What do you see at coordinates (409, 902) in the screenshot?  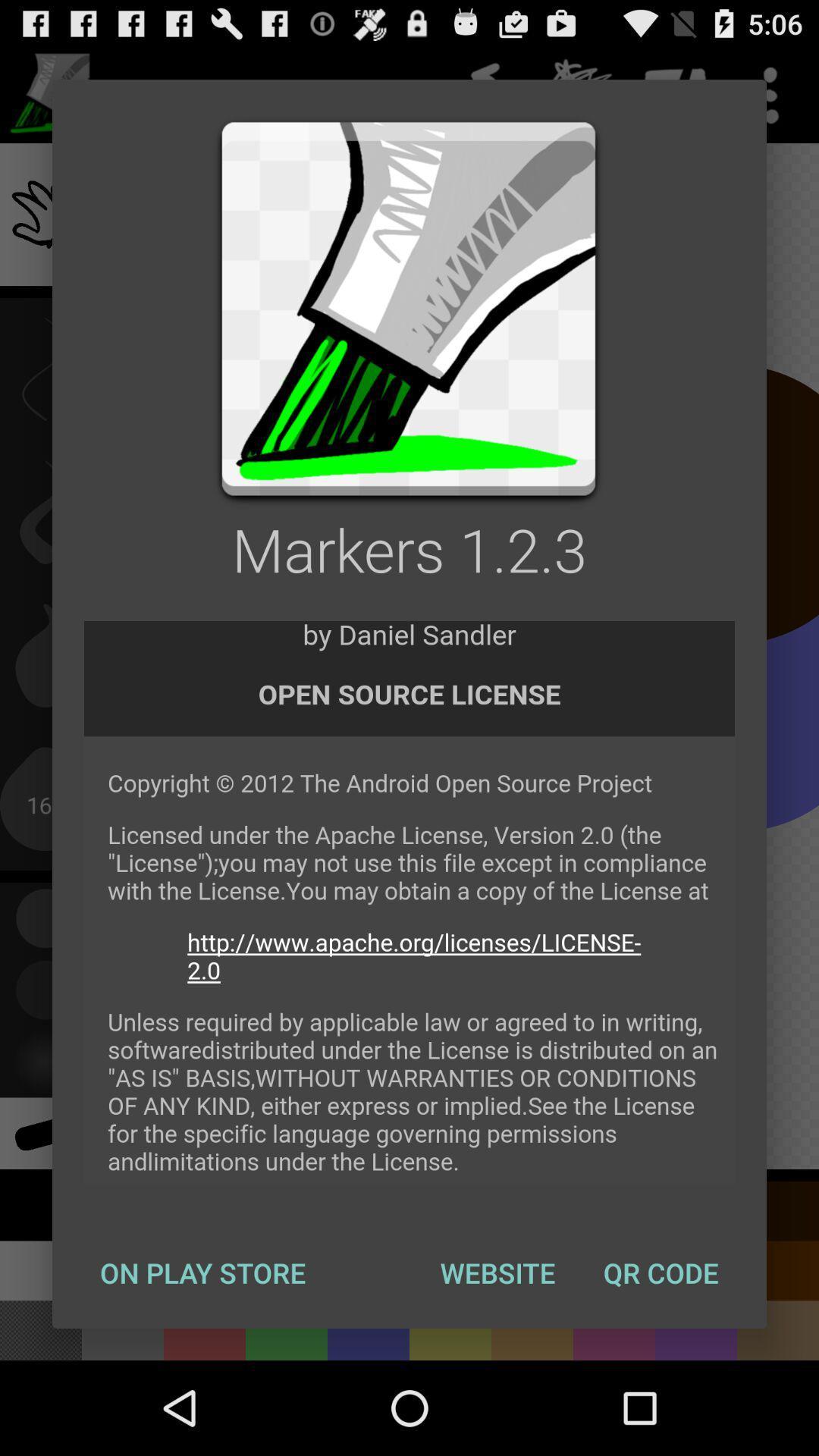 I see `link to website` at bounding box center [409, 902].